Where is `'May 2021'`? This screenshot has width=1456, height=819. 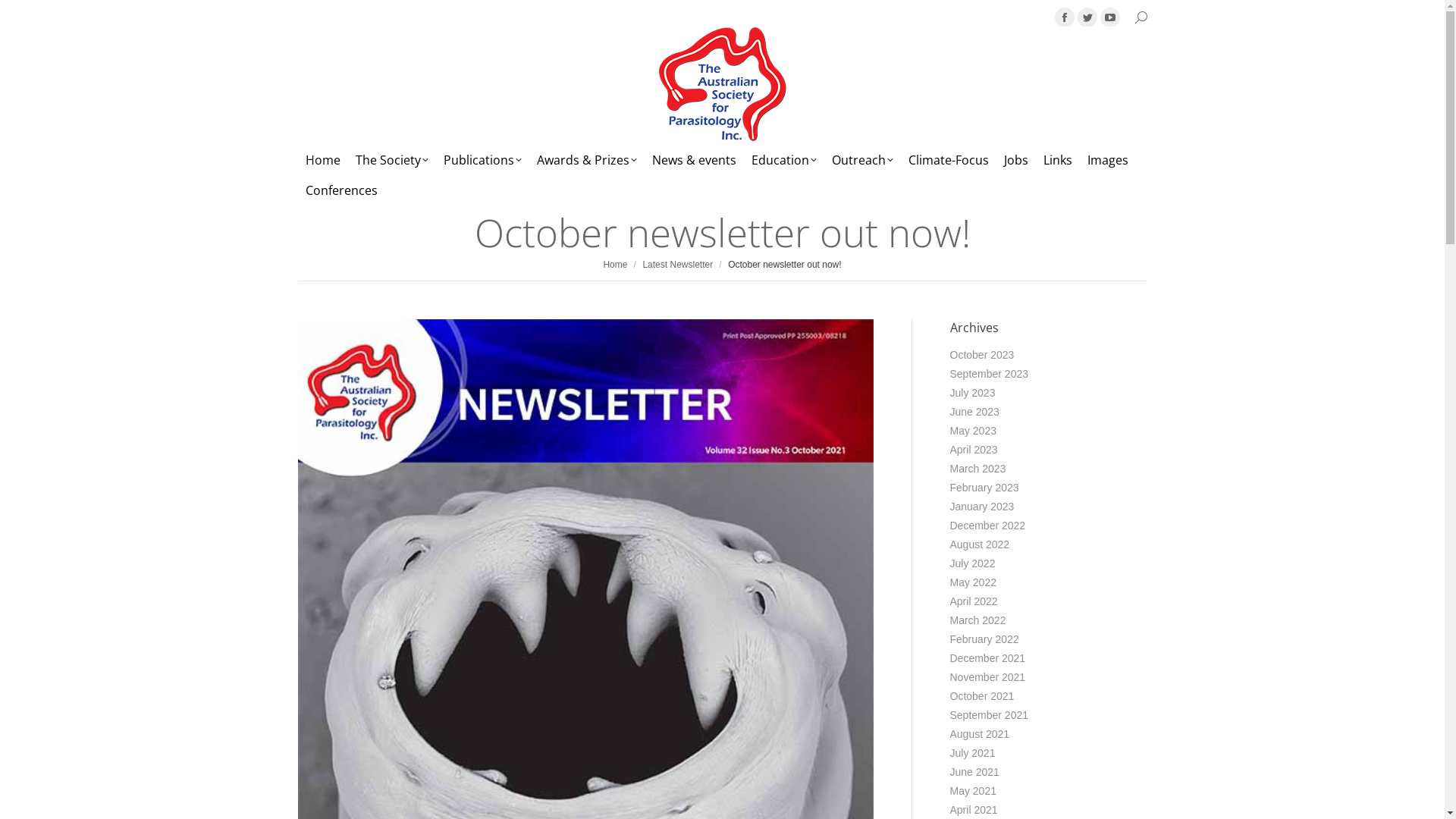 'May 2021' is located at coordinates (972, 789).